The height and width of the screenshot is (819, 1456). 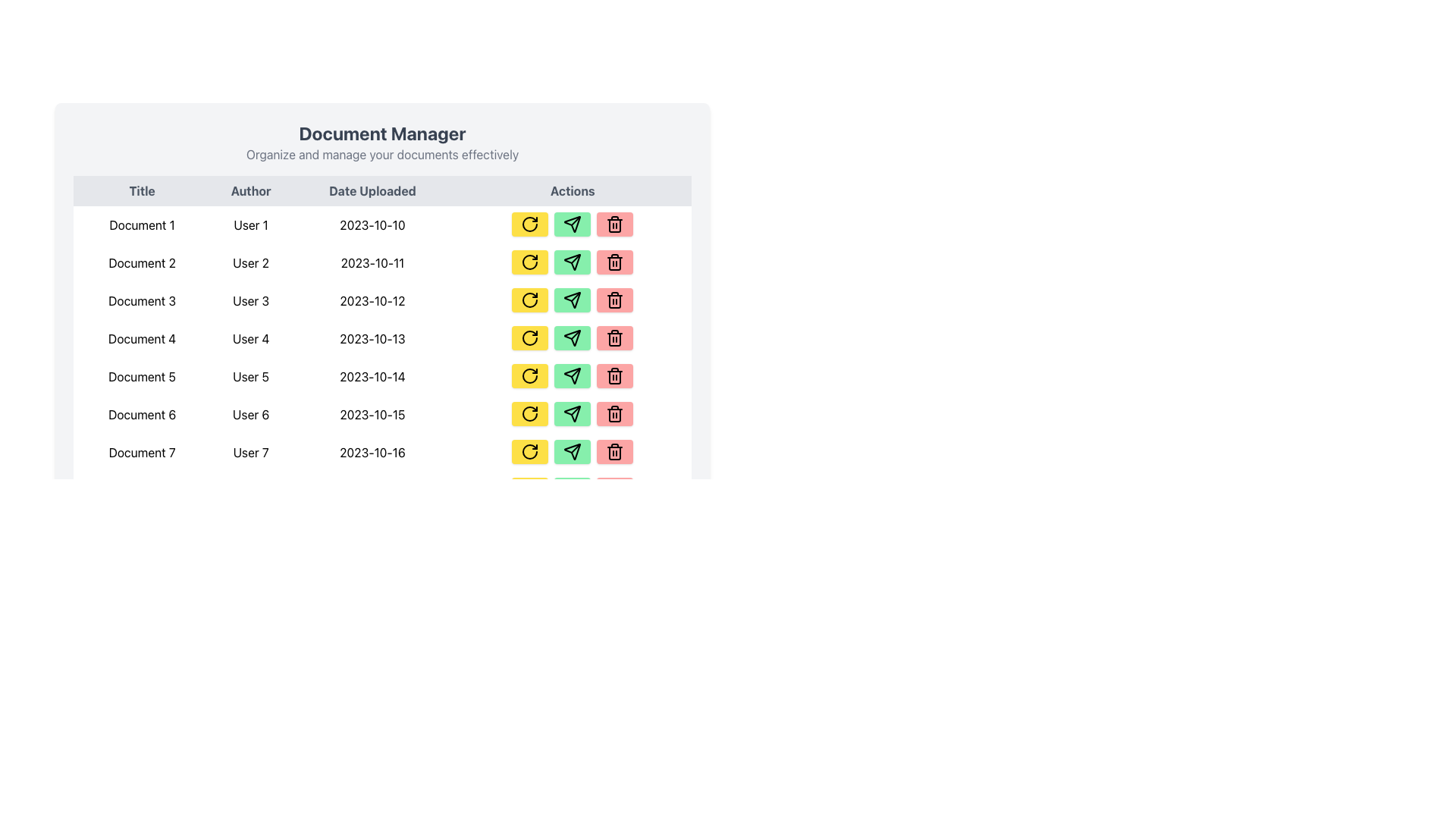 I want to click on the refresh button located to the right of 'Document 7' in the 'Actions' column to reload the document's status or data, so click(x=530, y=641).